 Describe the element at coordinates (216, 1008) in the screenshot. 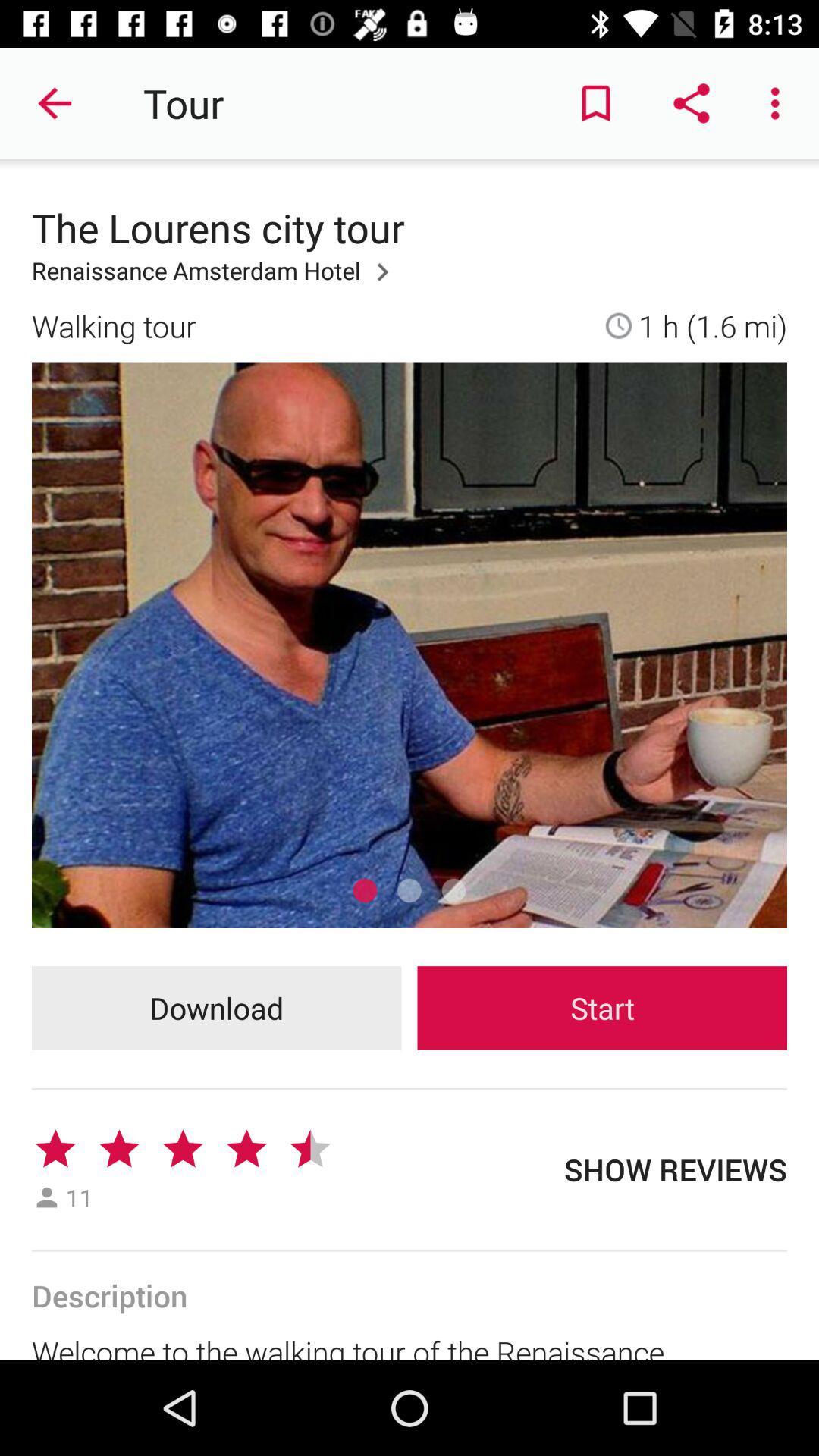

I see `the text left to start` at that location.